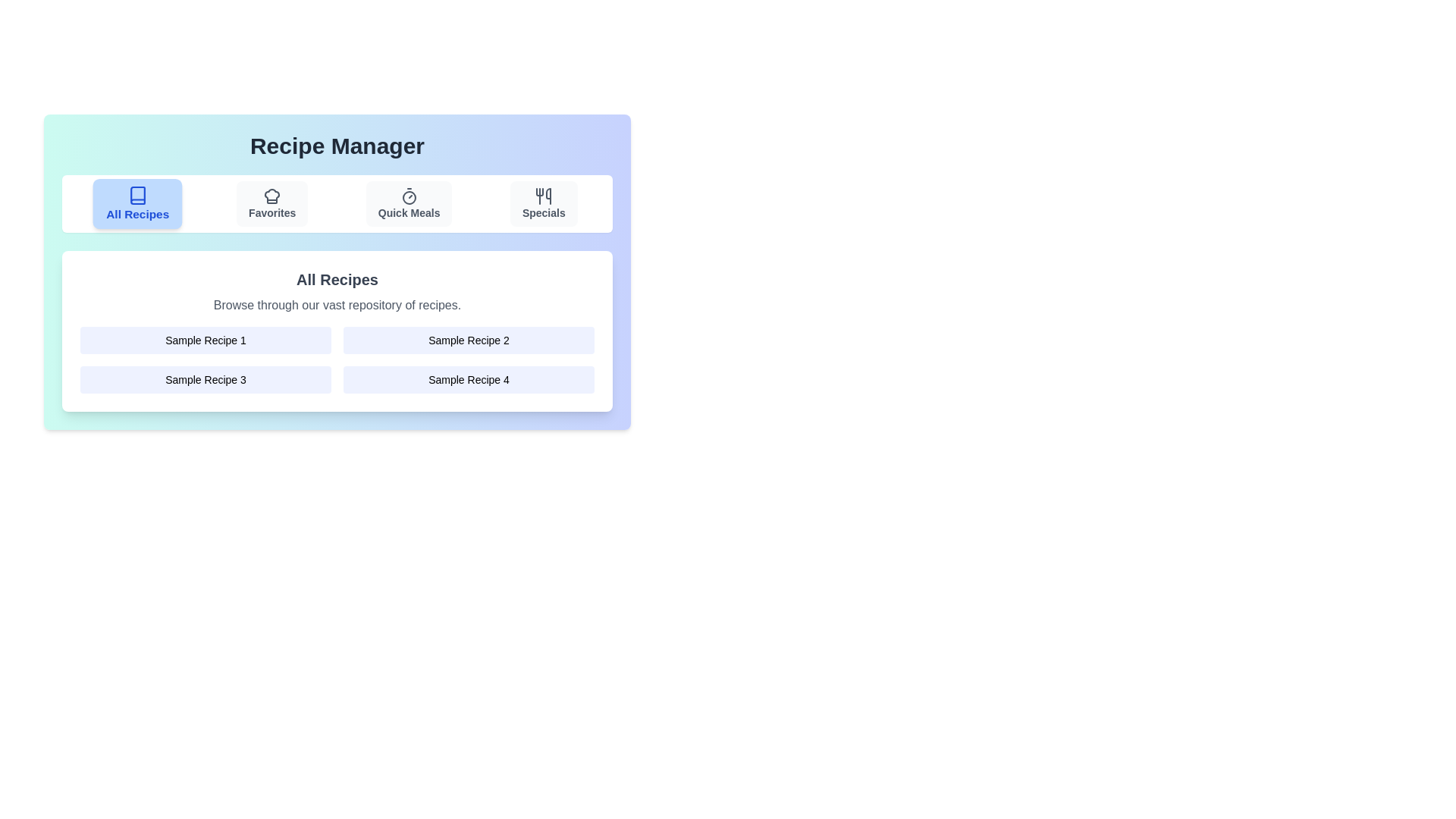 This screenshot has width=1456, height=819. I want to click on the tab button labeled All Recipes to see its interactive feedback, so click(138, 203).